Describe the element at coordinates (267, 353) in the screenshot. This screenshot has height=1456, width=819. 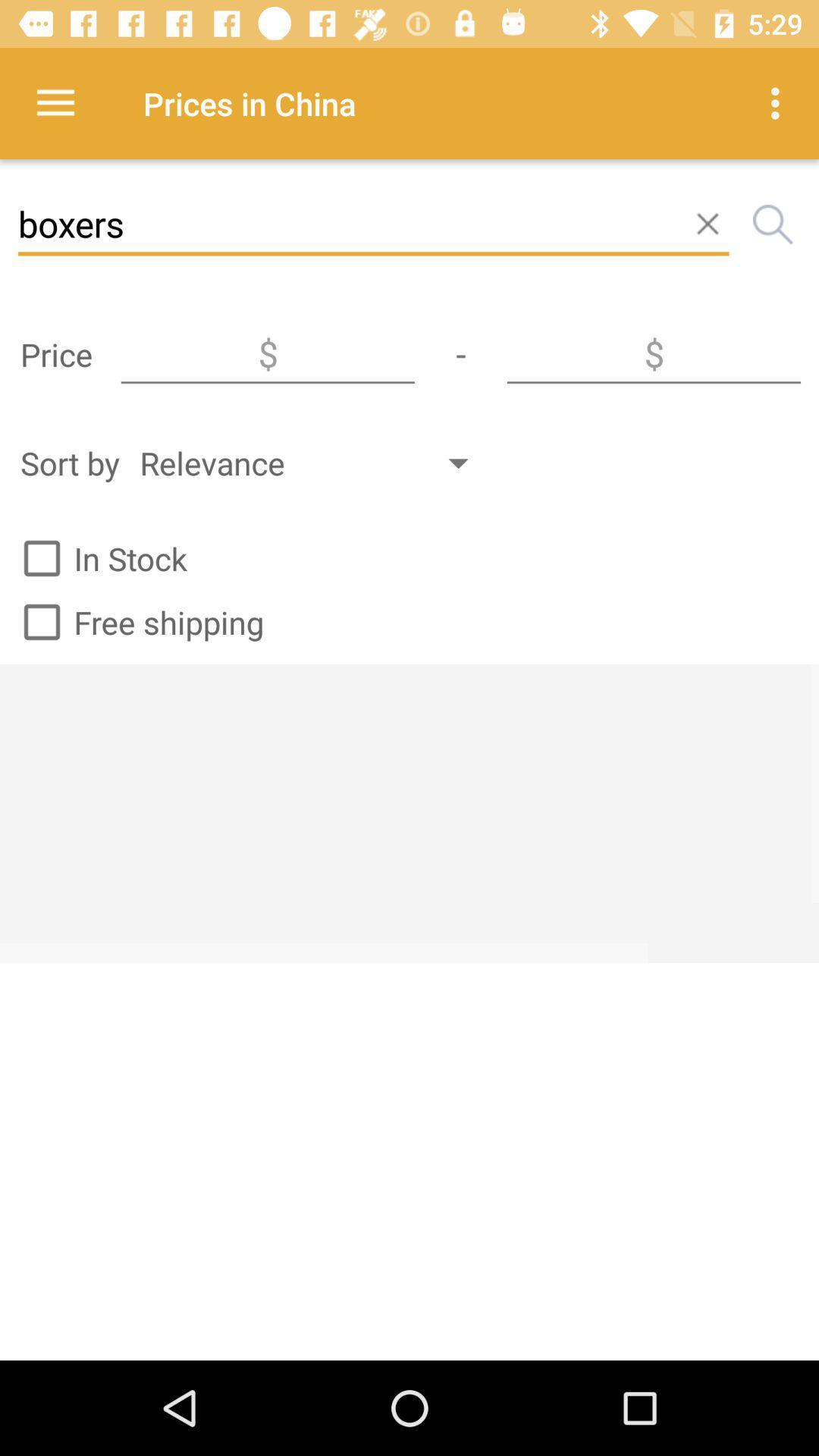
I see `the icon above the sort by icon` at that location.